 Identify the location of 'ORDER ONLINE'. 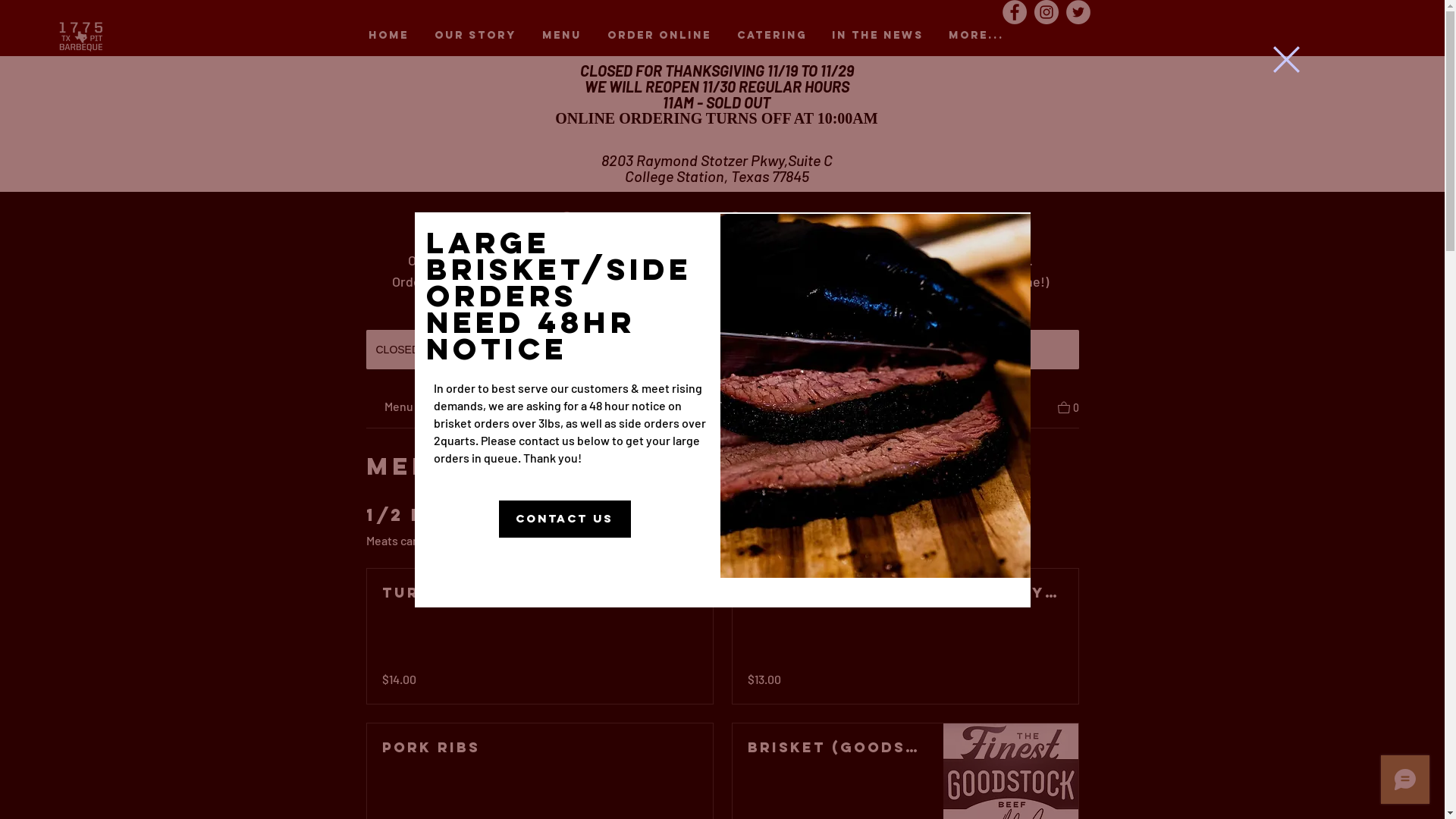
(659, 34).